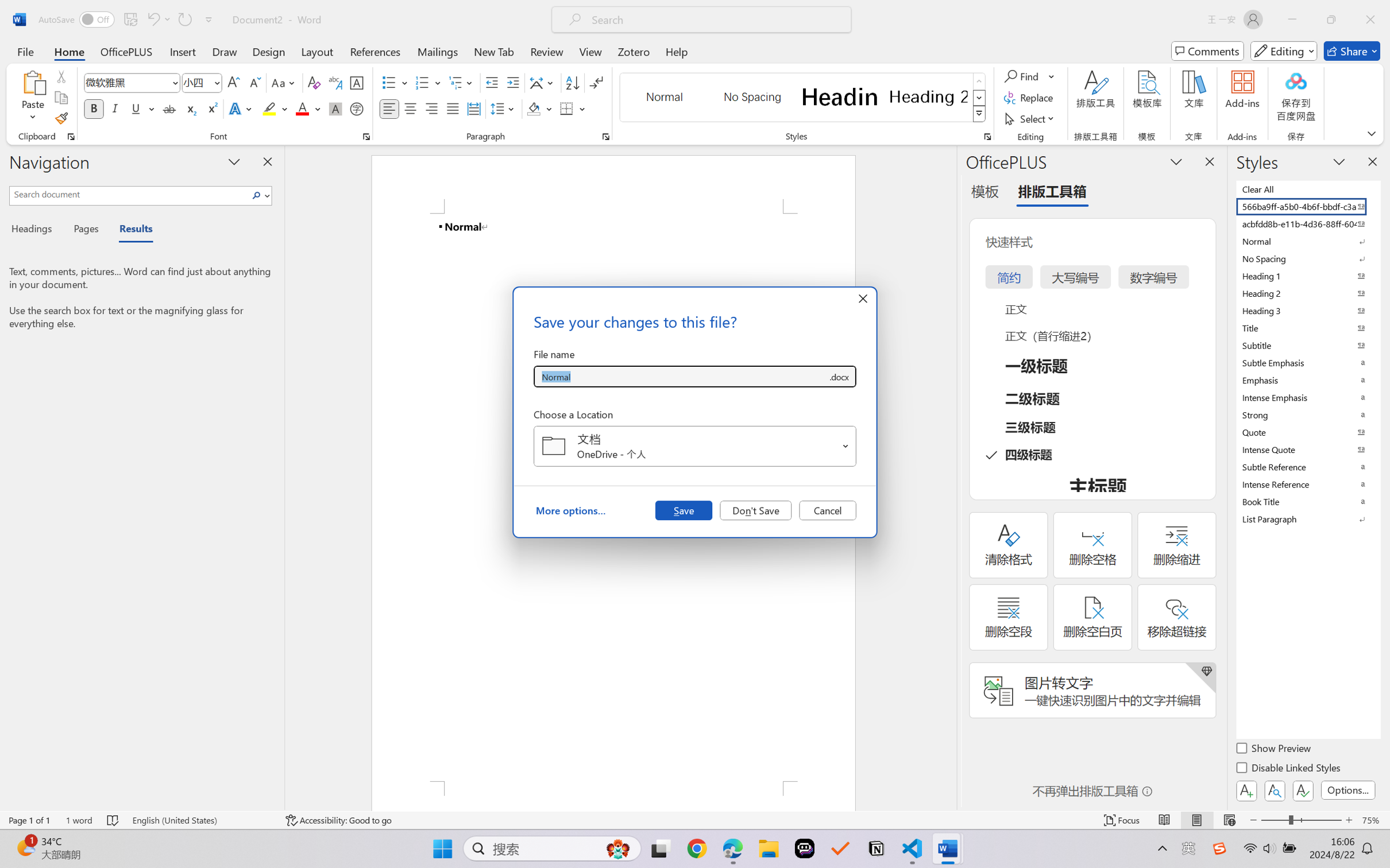  What do you see at coordinates (113, 820) in the screenshot?
I see `'Spelling and Grammar Check No Errors'` at bounding box center [113, 820].